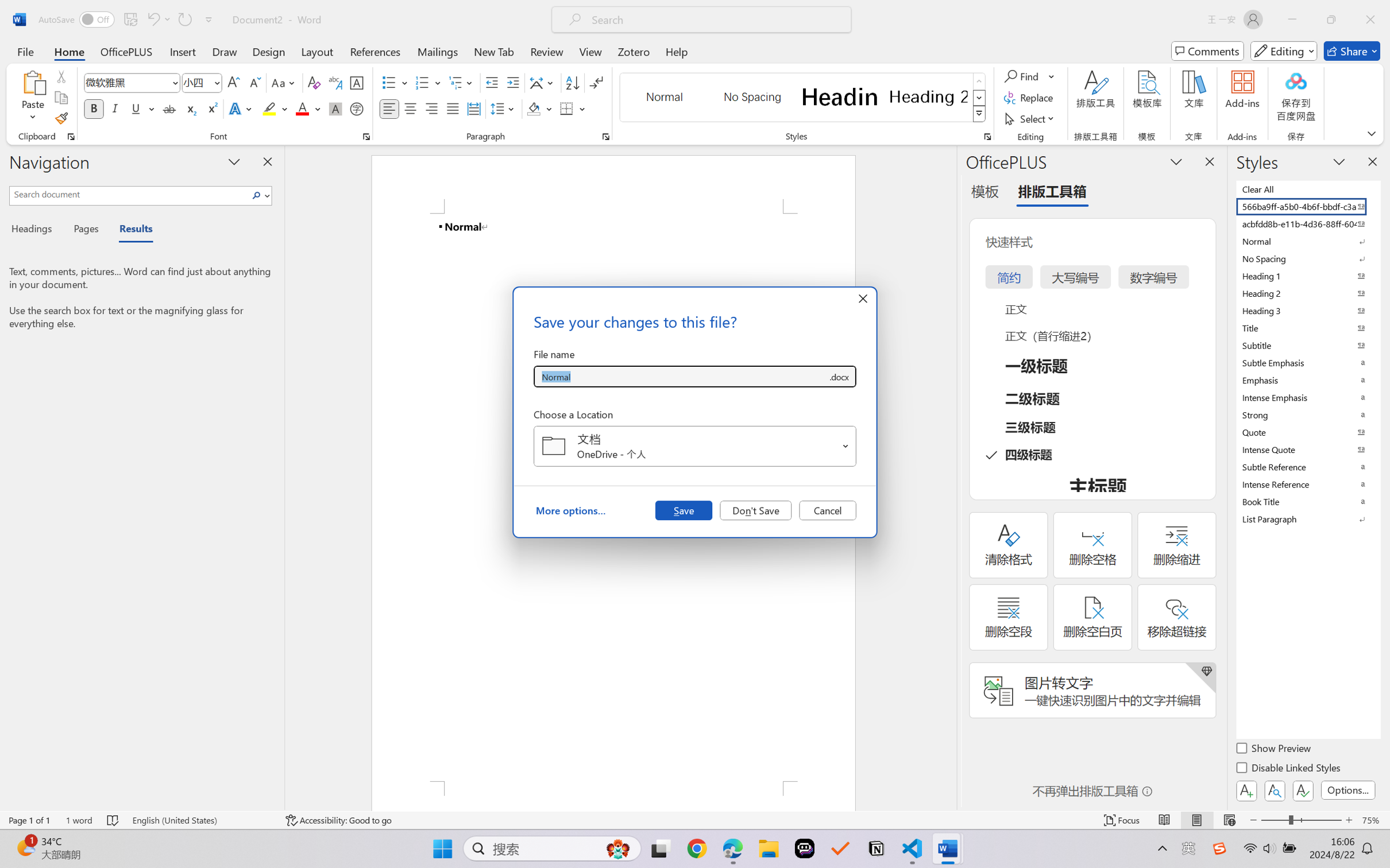  What do you see at coordinates (113, 820) in the screenshot?
I see `'Spelling and Grammar Check No Errors'` at bounding box center [113, 820].